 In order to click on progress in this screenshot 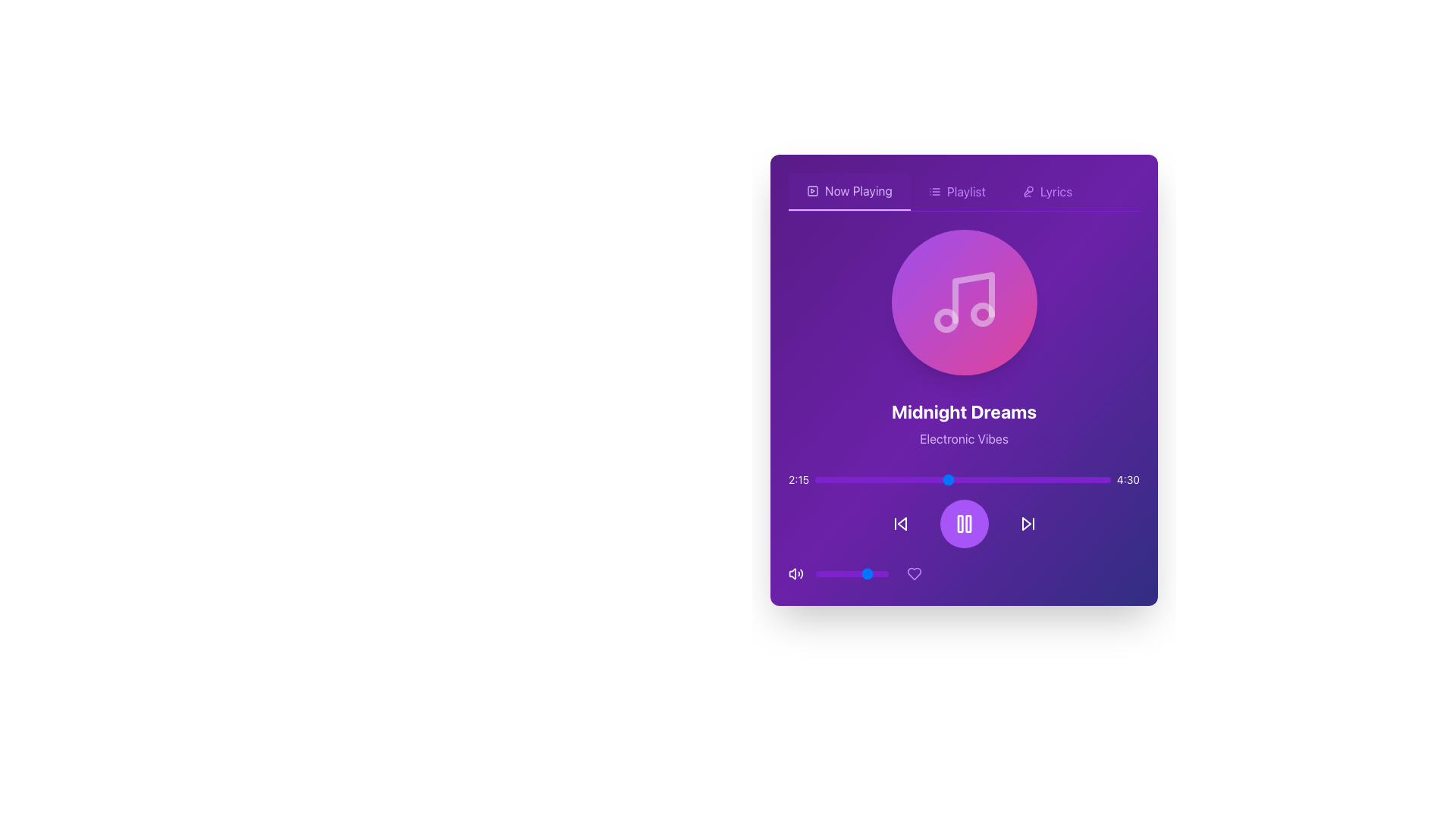, I will do `click(820, 479)`.